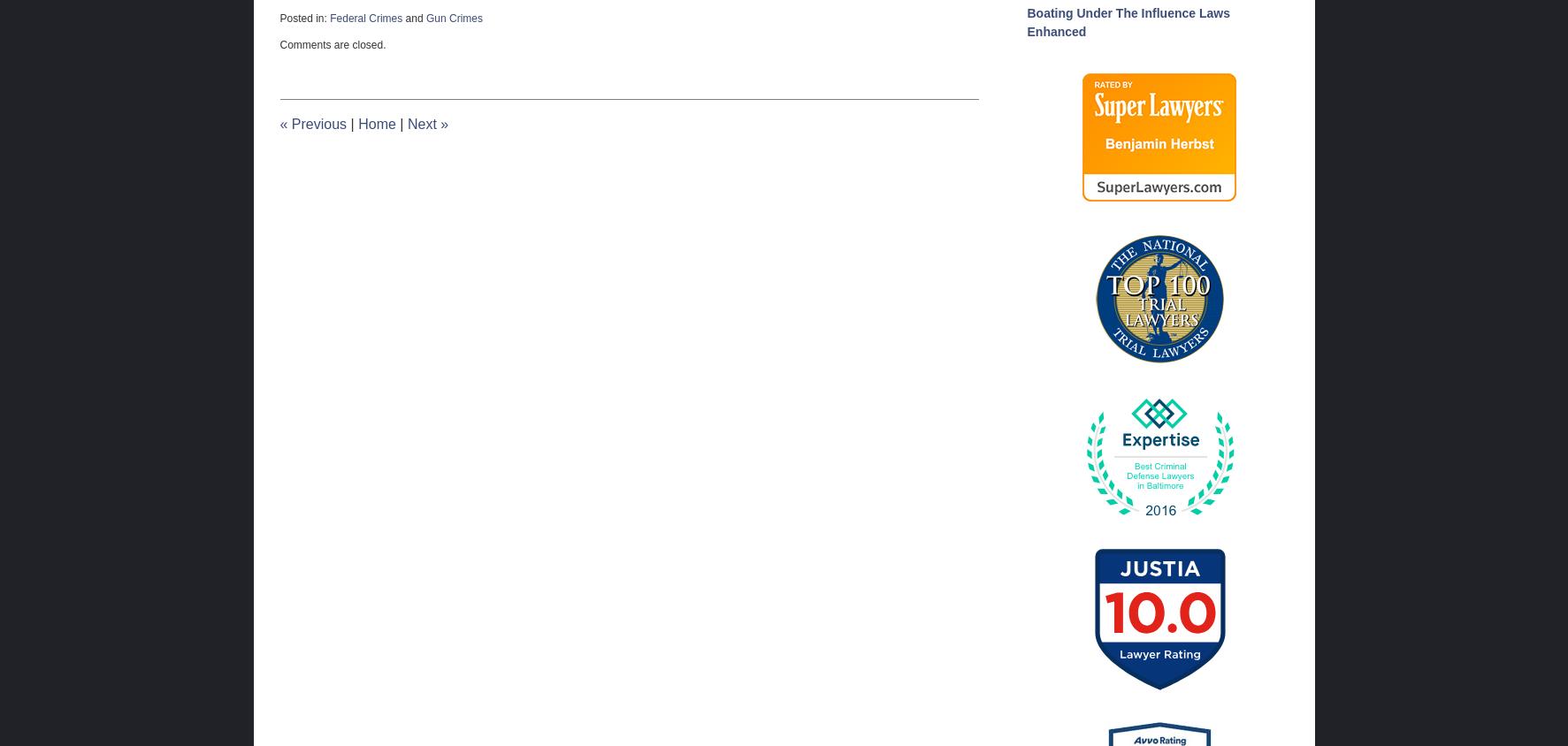 The width and height of the screenshot is (1568, 746). Describe the element at coordinates (453, 17) in the screenshot. I see `'Gun Crimes'` at that location.